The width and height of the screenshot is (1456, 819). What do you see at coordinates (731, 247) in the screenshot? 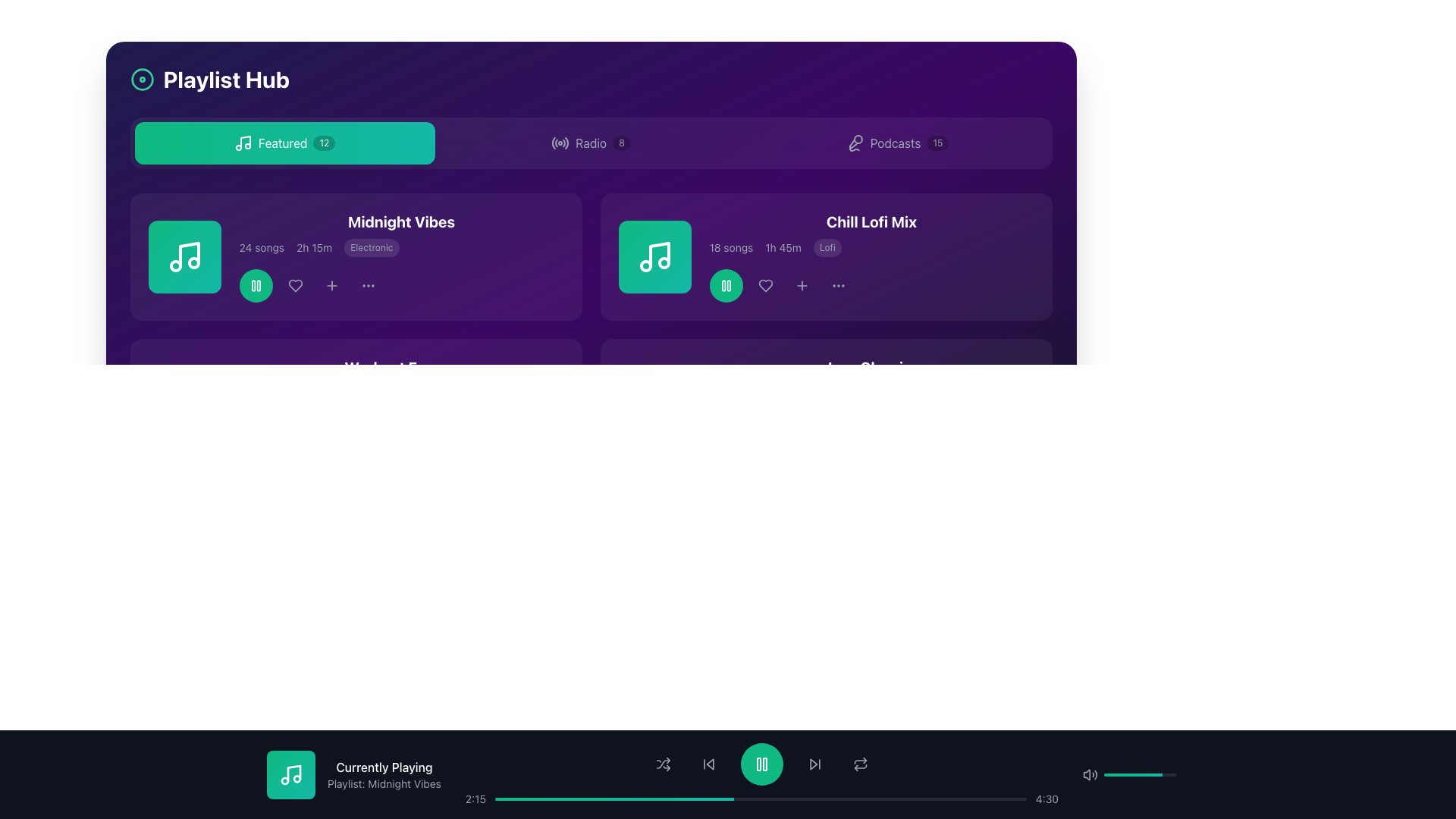
I see `the static text label that indicates the number of songs in the playlist, located to the left of the duration text '1h 45m' and to the right of the playlist title 'Chill Lofi Mix'` at bounding box center [731, 247].